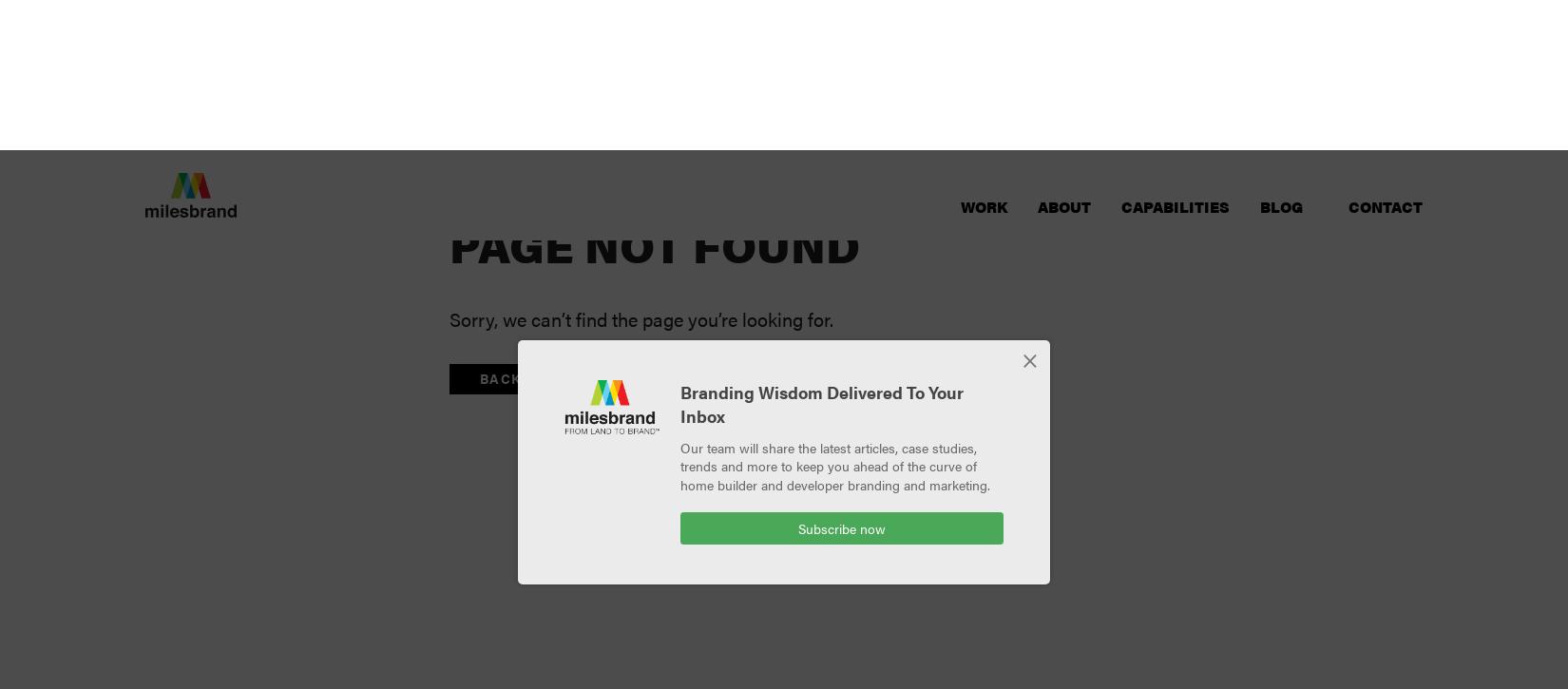  What do you see at coordinates (1280, 56) in the screenshot?
I see `'Blog'` at bounding box center [1280, 56].